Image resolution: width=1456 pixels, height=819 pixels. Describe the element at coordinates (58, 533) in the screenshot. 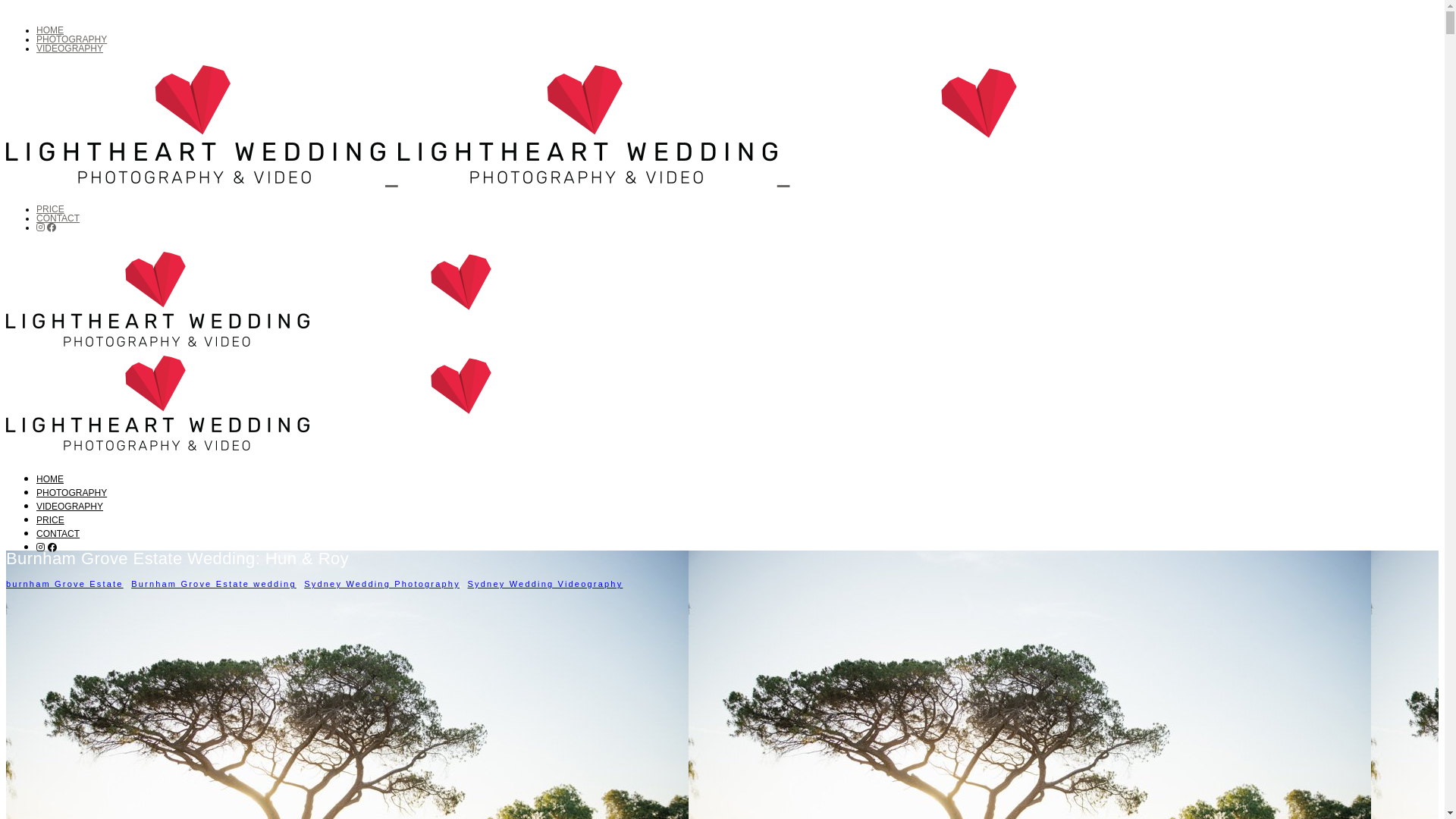

I see `'CONTACT'` at that location.